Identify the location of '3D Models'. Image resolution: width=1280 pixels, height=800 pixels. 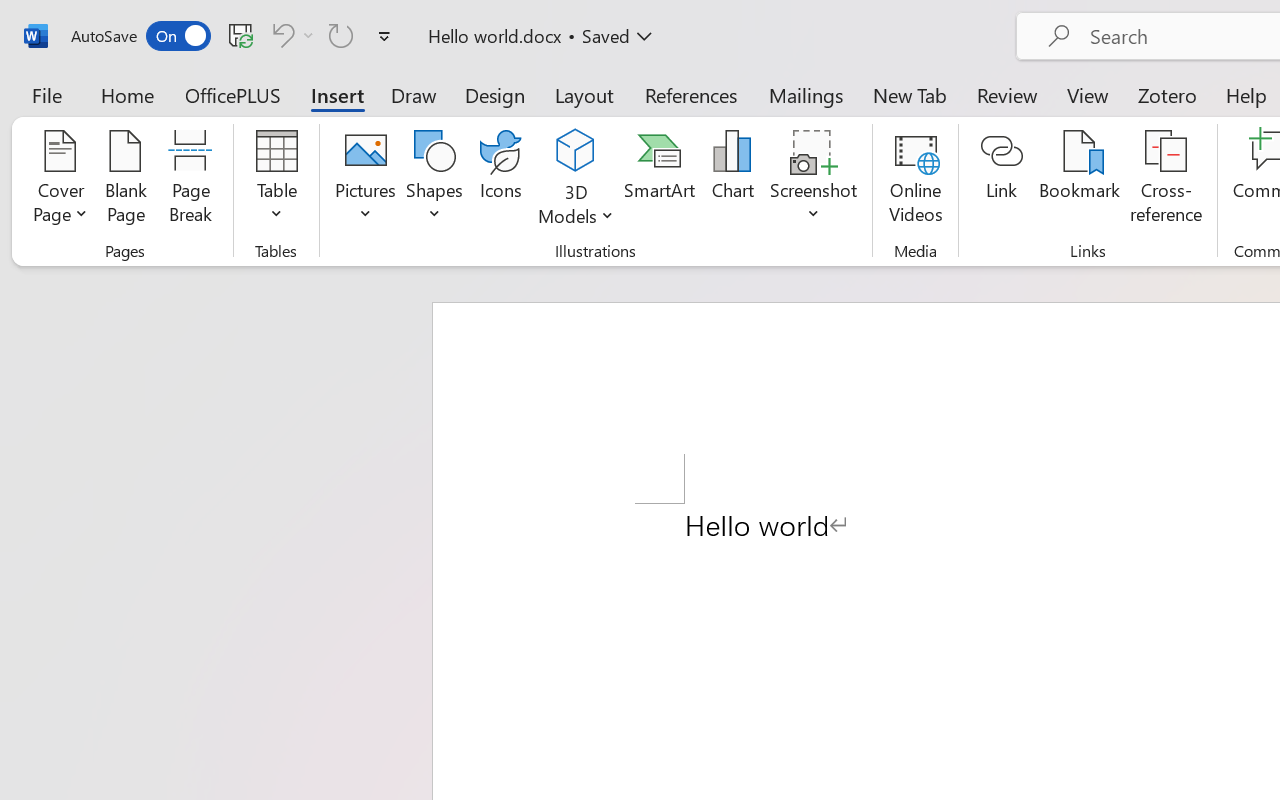
(575, 151).